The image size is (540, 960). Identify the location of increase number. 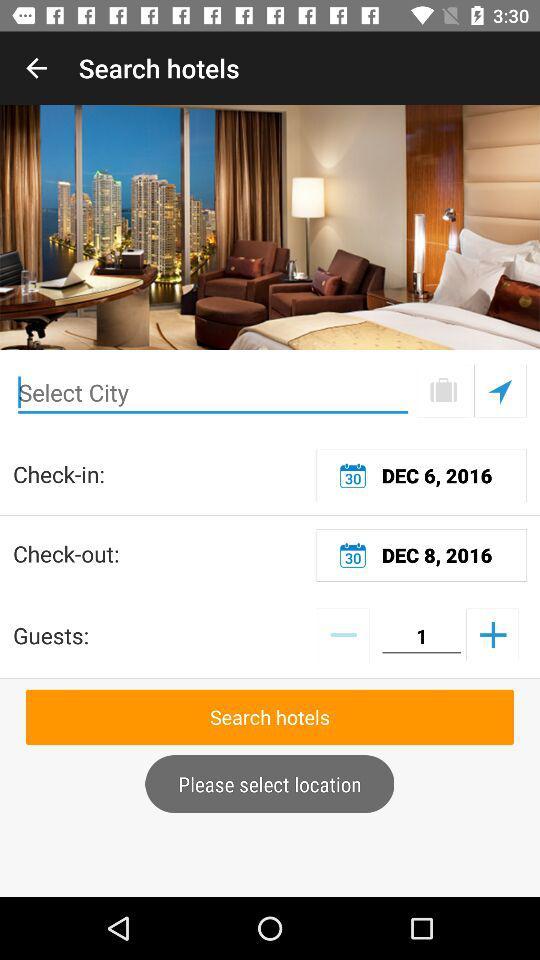
(491, 633).